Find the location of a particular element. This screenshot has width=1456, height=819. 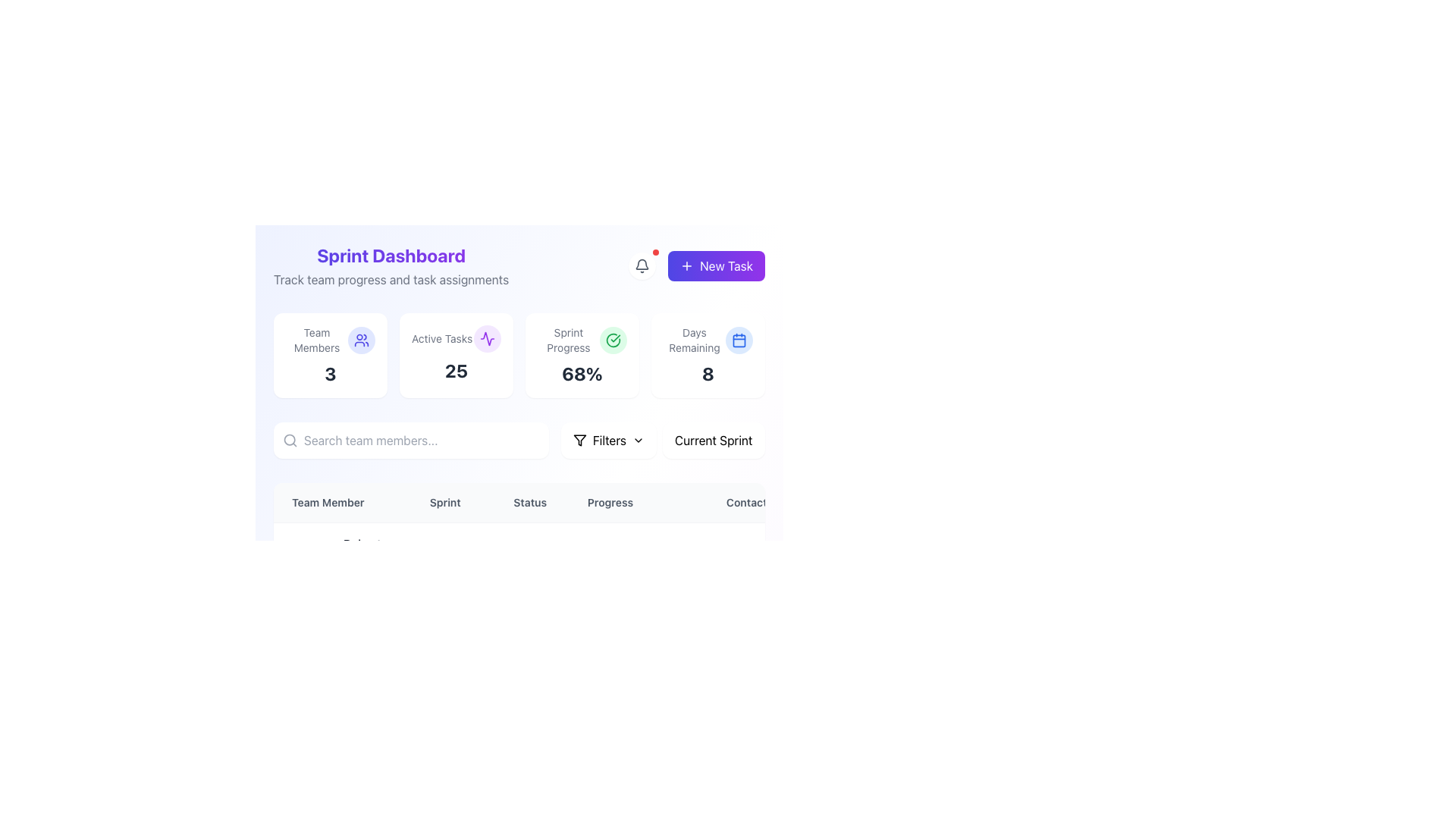

the static text displaying the count of active tasks, specifically the bold number '25', located under the 'Active Tasks' label in the second column of the sprint dashboard is located at coordinates (455, 371).